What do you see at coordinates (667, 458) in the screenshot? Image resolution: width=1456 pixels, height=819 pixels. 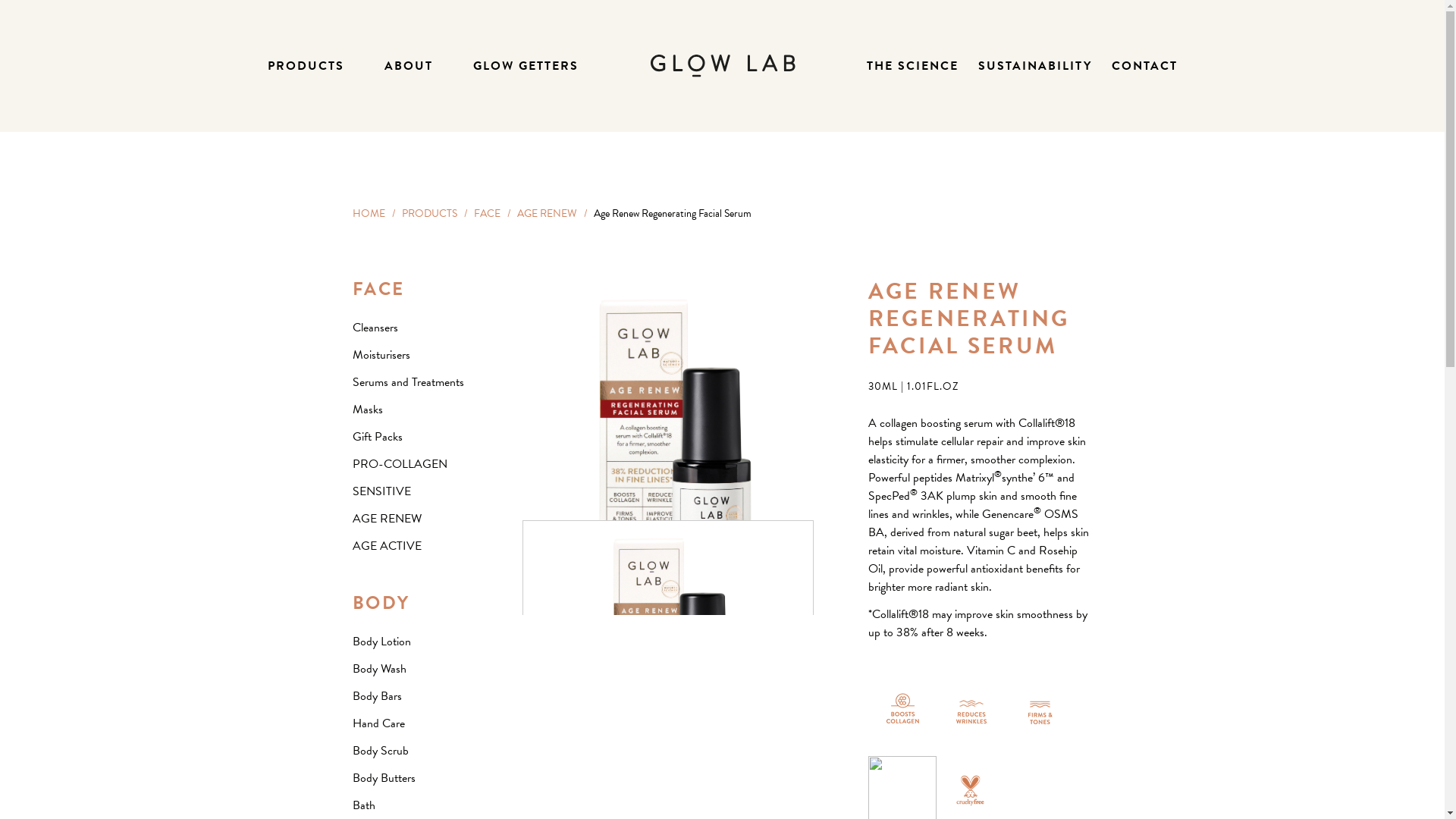 I see `'Age Renew Regenerating Facial Serum'` at bounding box center [667, 458].